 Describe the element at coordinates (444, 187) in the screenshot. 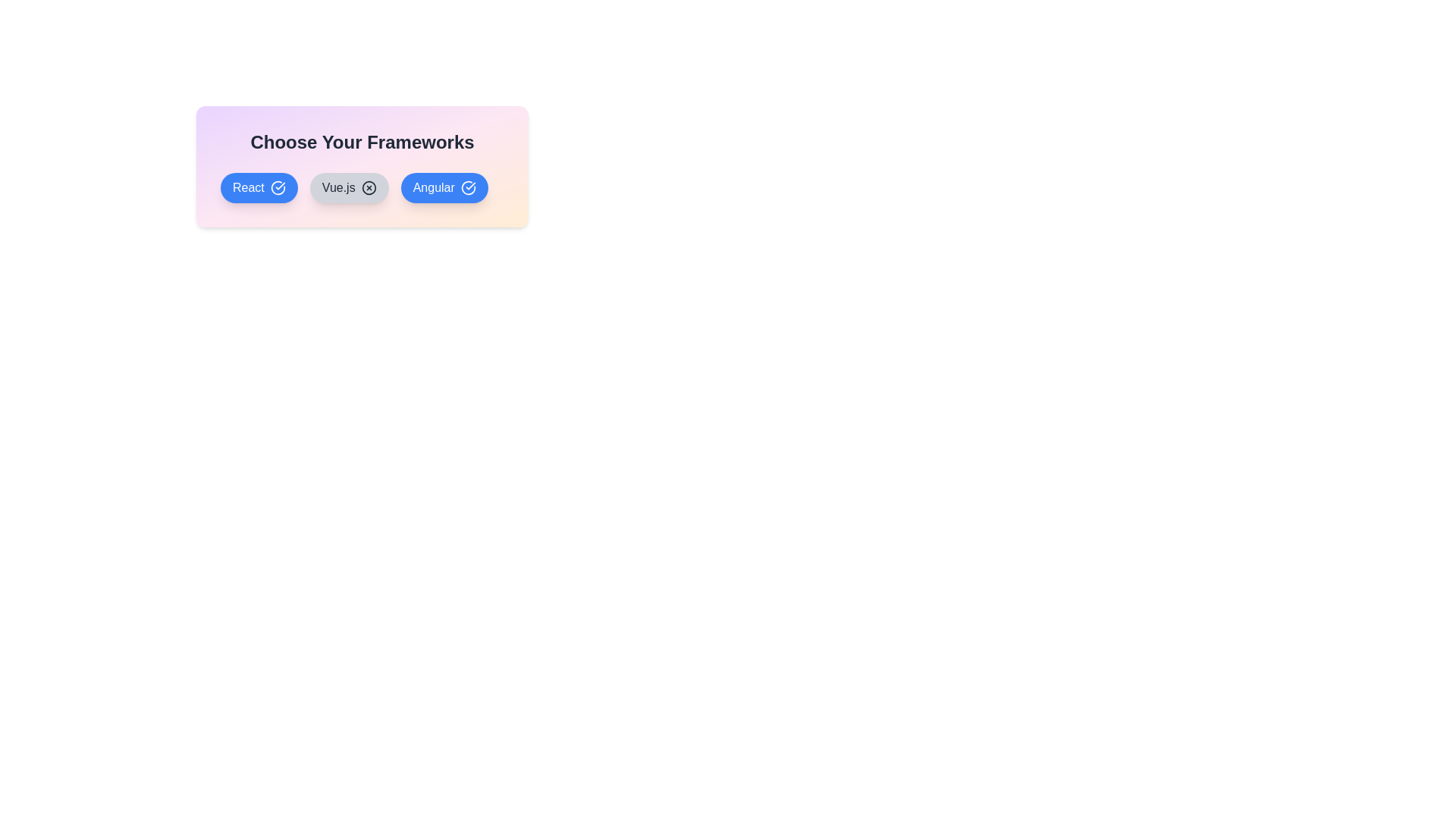

I see `the text label of the chip labeled Angular` at that location.